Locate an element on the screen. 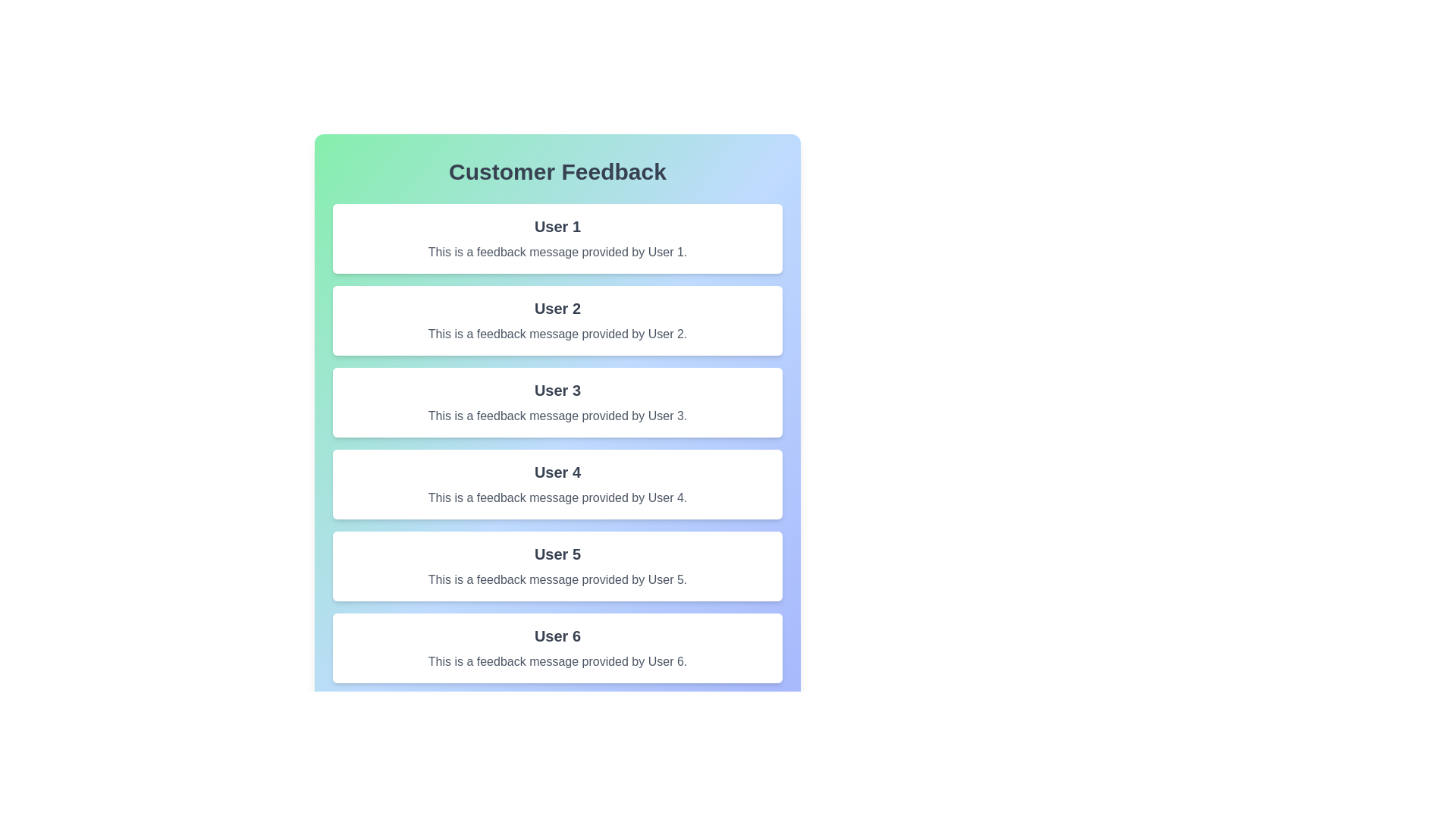 Image resolution: width=1456 pixels, height=819 pixels. the informational card displaying feedback from 'User 3', which is the third card in the vertical list of feedback cards under the 'Customer Feedback' section is located at coordinates (557, 402).